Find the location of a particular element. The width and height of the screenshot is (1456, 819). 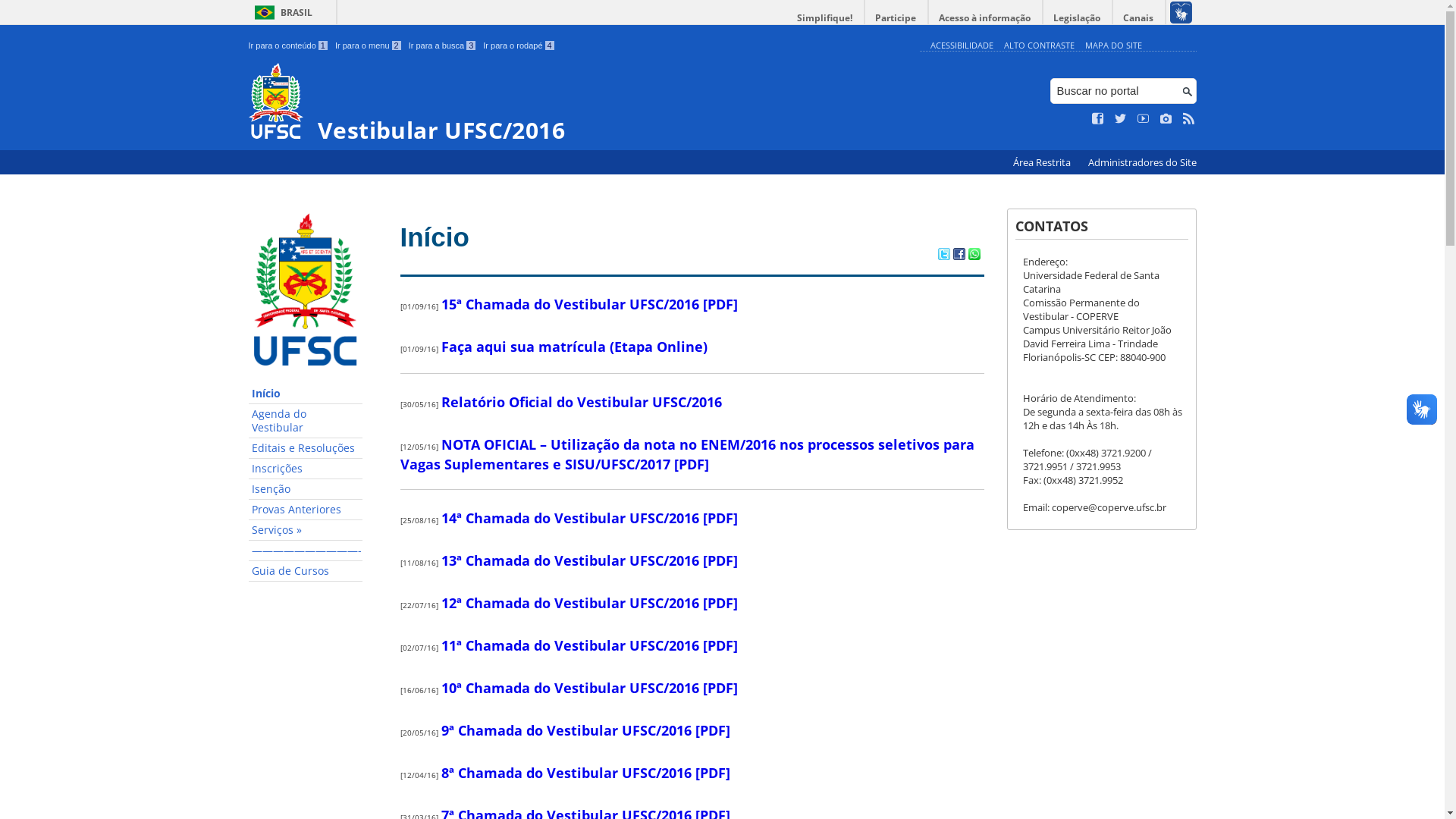

'Participe' is located at coordinates (895, 17).